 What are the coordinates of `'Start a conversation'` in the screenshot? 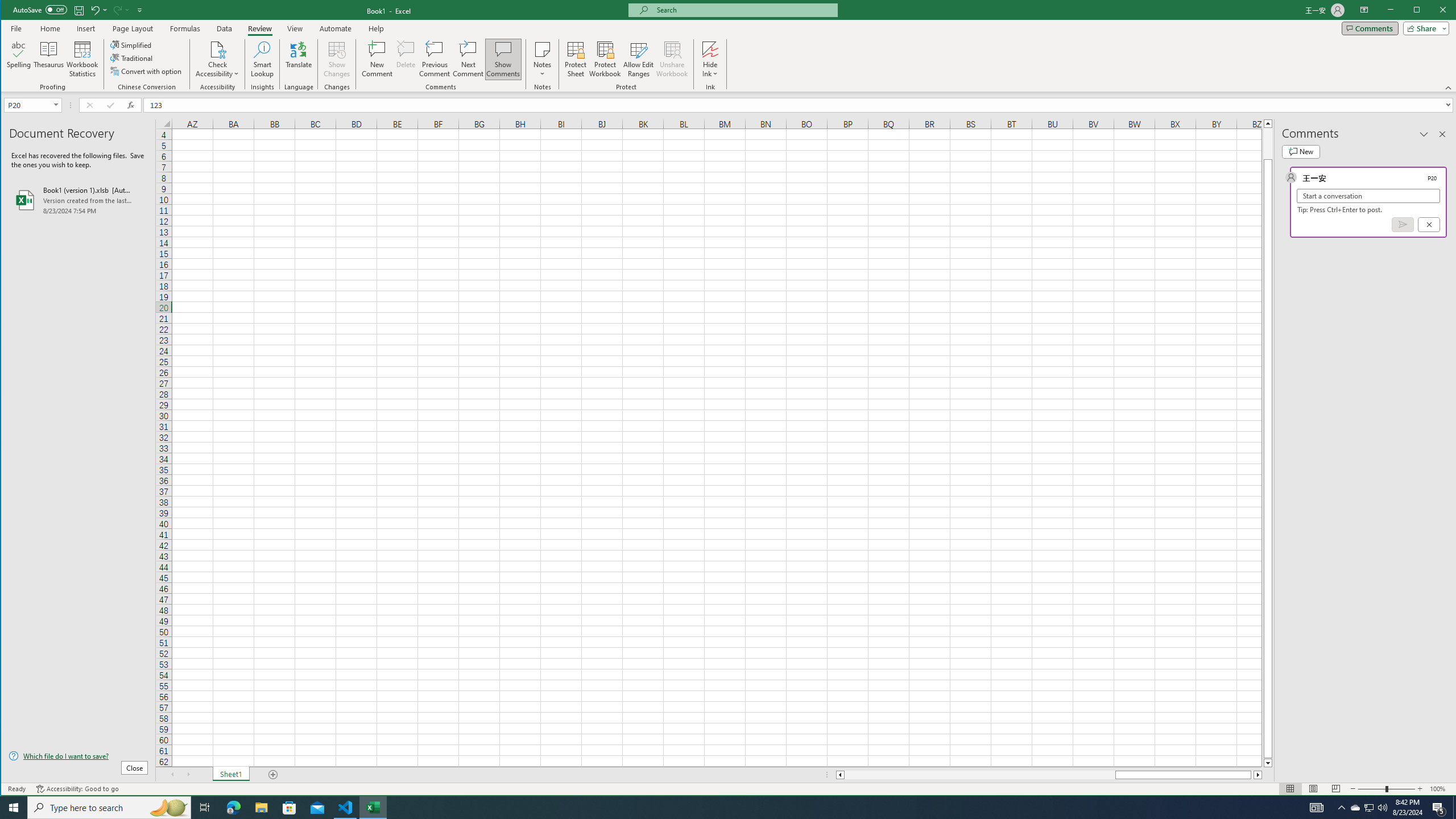 It's located at (1368, 196).